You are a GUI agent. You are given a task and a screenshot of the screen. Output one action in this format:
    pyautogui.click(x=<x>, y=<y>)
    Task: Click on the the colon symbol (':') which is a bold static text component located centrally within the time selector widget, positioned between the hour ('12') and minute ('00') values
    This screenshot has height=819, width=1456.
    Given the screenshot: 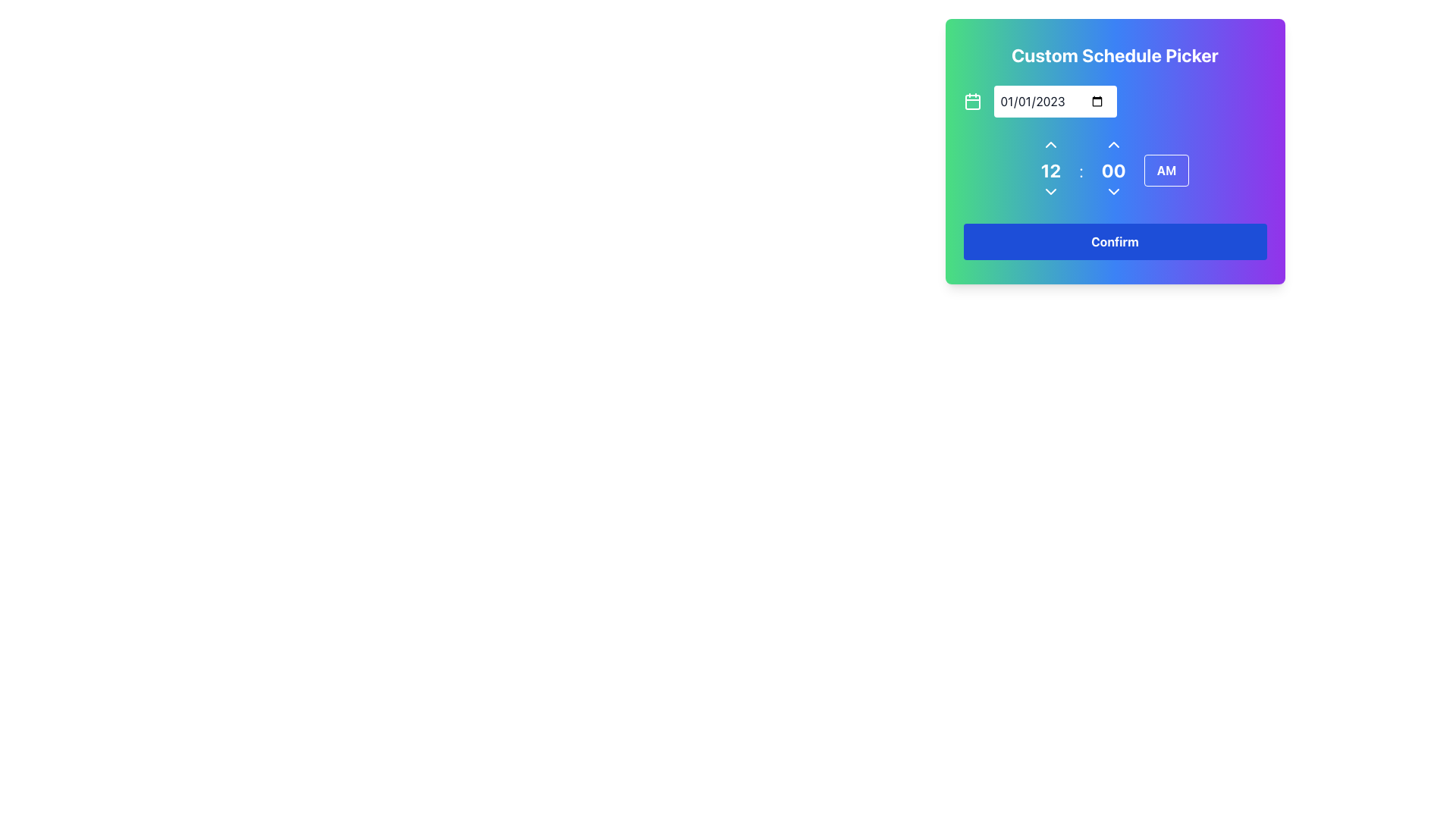 What is the action you would take?
    pyautogui.click(x=1080, y=170)
    